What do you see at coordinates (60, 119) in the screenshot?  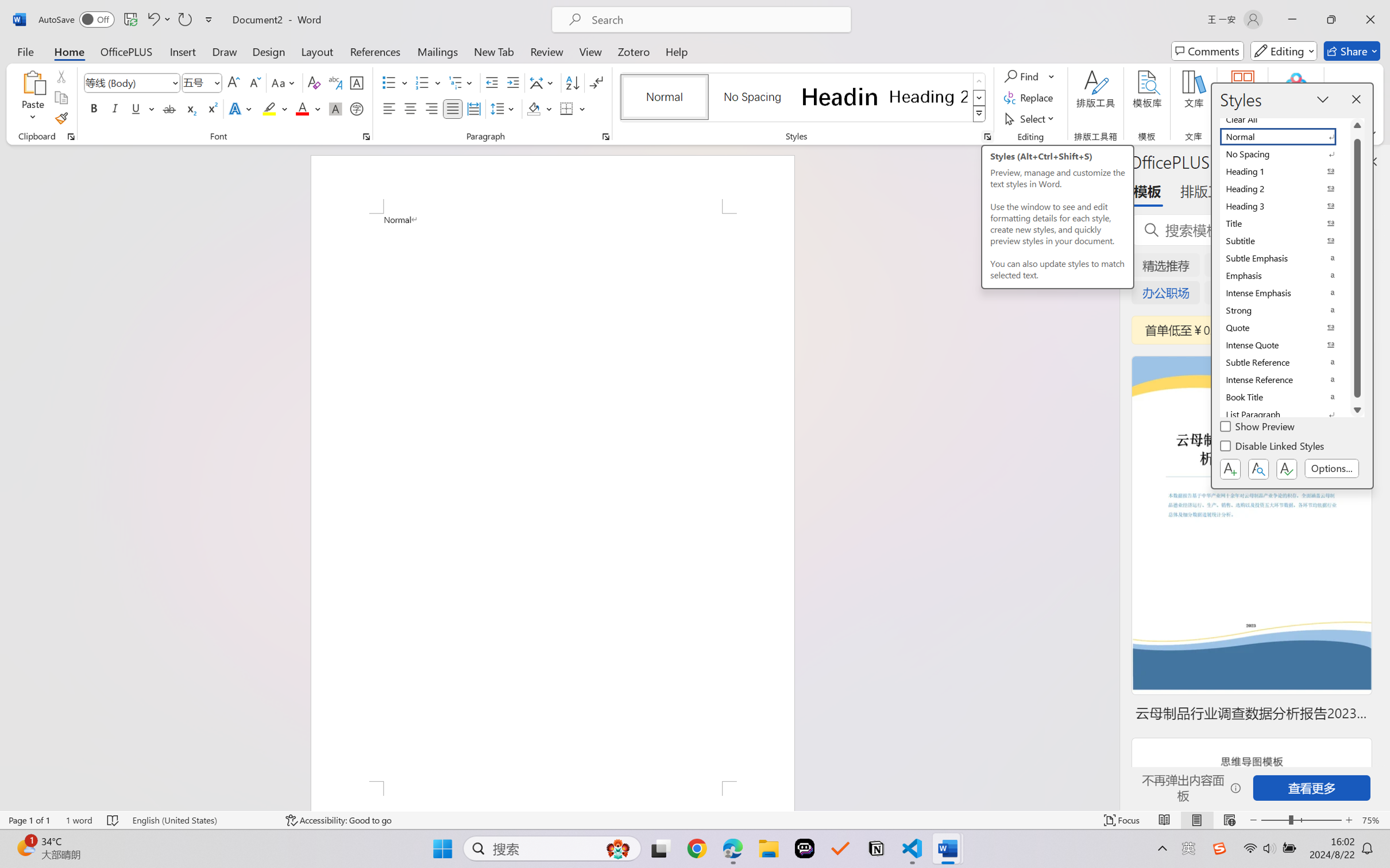 I see `'Format Painter'` at bounding box center [60, 119].